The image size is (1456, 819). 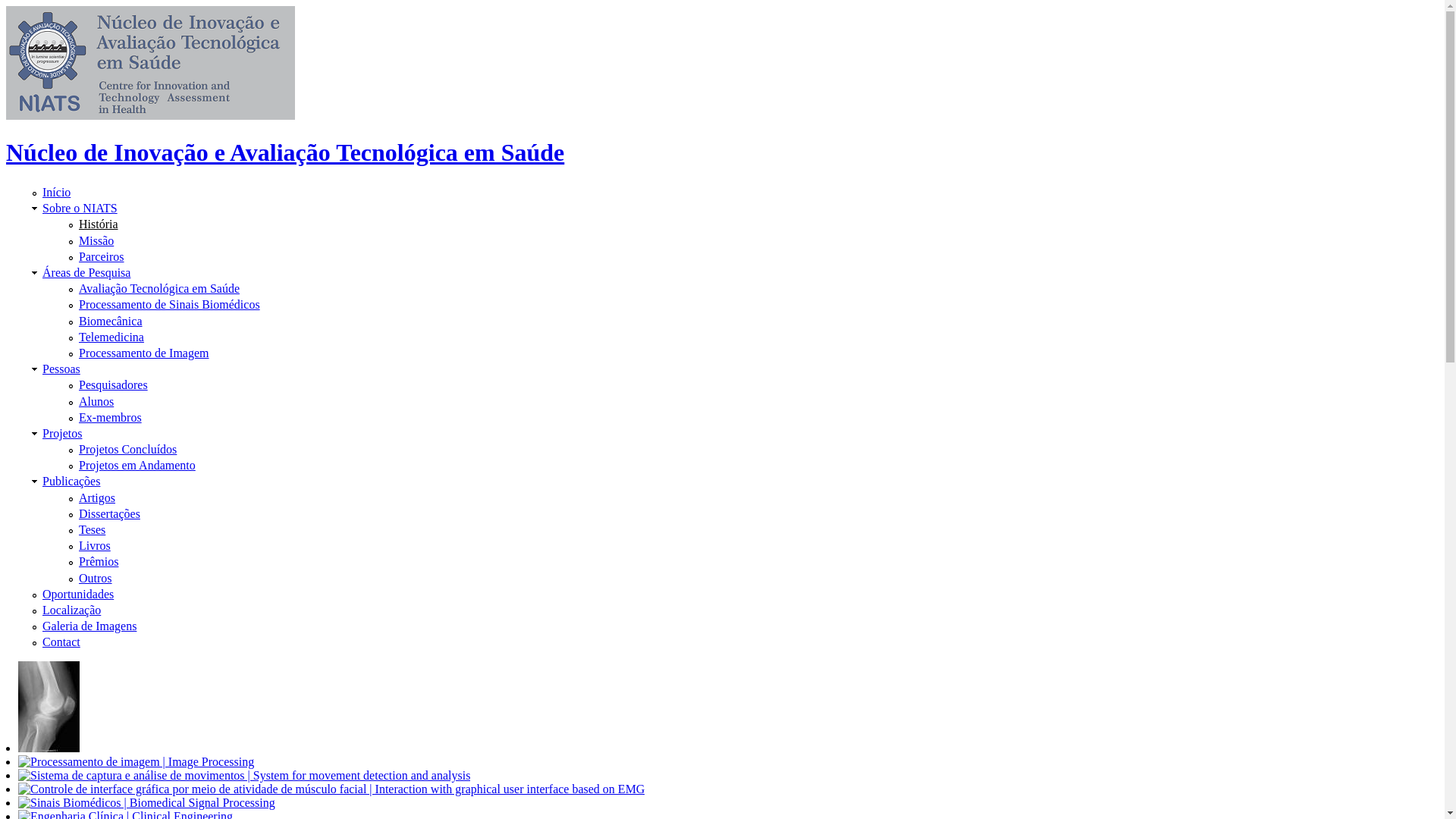 What do you see at coordinates (89, 626) in the screenshot?
I see `'Galeria de Imagens'` at bounding box center [89, 626].